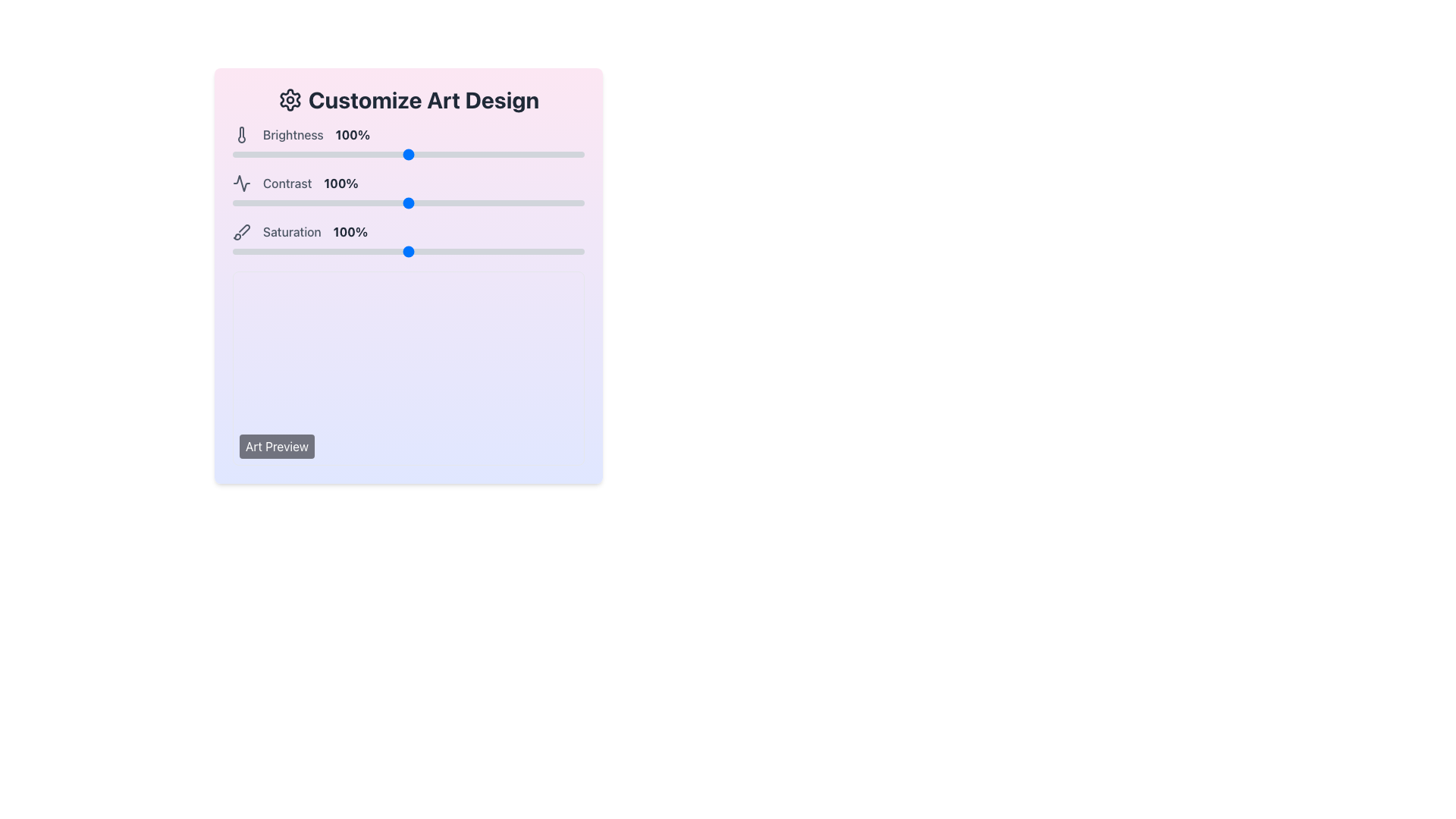  Describe the element at coordinates (493, 202) in the screenshot. I see `contrast` at that location.